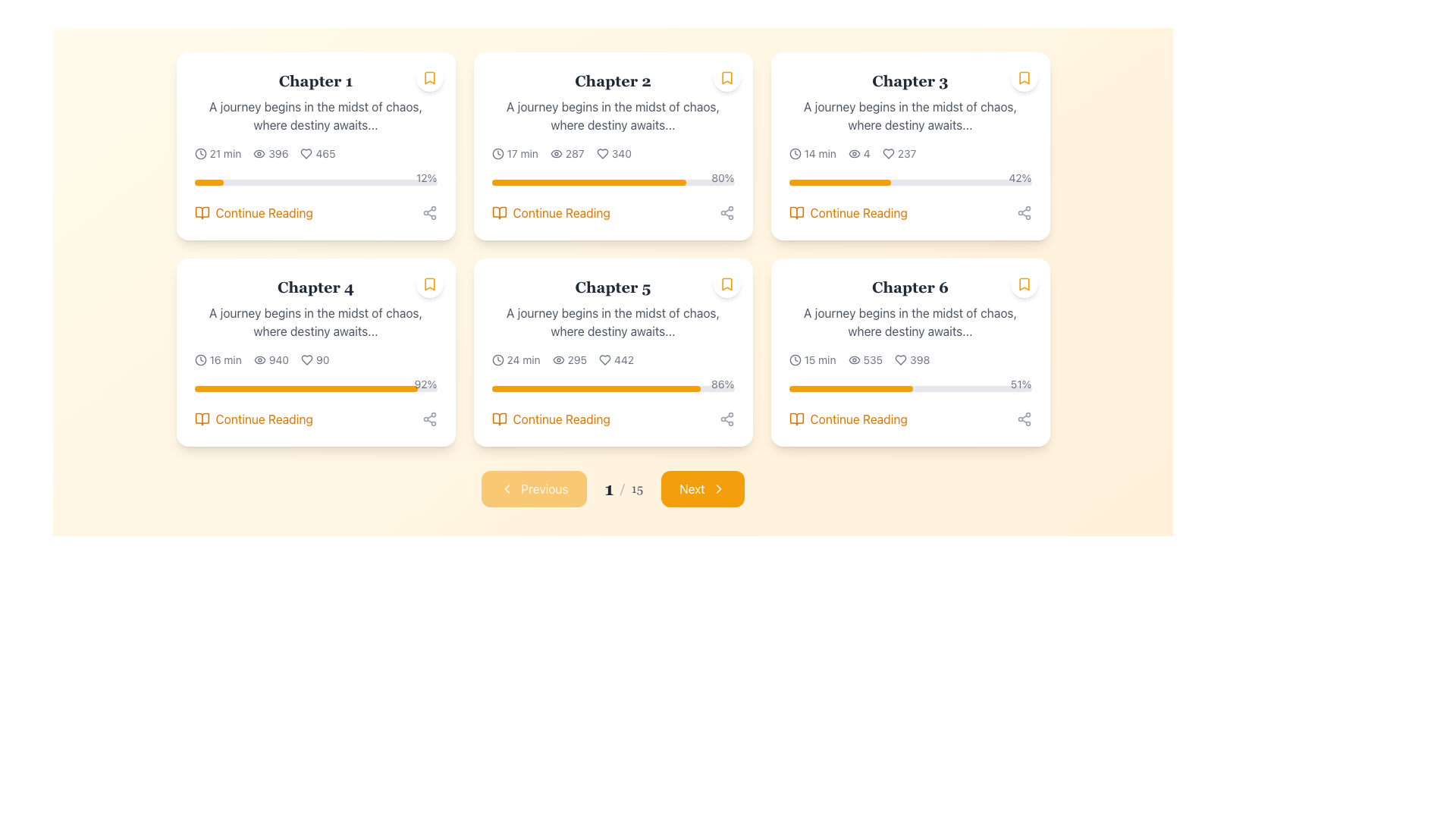 The width and height of the screenshot is (1456, 819). What do you see at coordinates (901, 359) in the screenshot?
I see `the 'favorite' or 'like' icon located in the bottom-right quadrant of the 'Chapter 6' card, positioned to the left of the numeric text '398'` at bounding box center [901, 359].